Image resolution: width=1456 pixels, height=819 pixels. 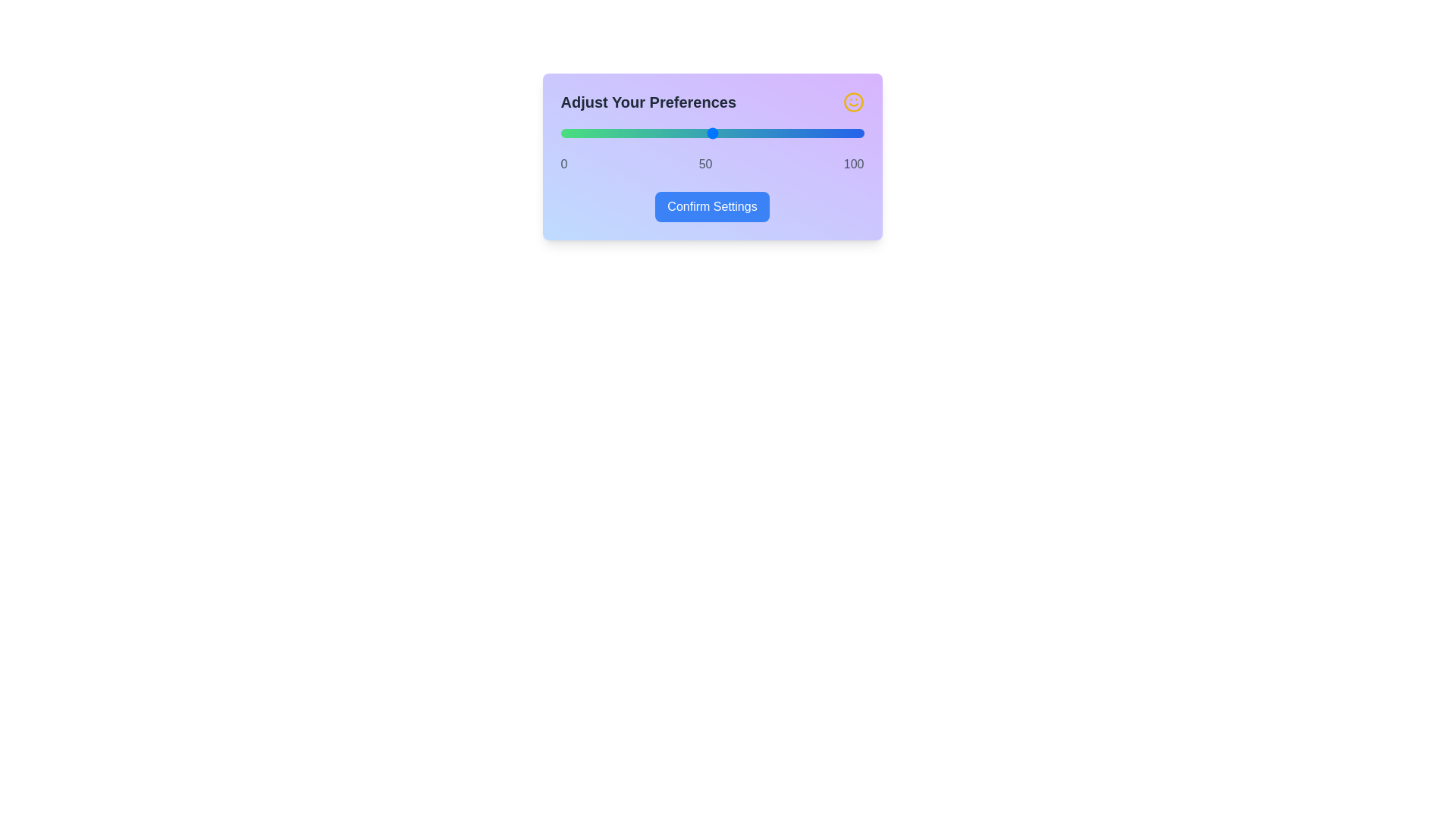 What do you see at coordinates (642, 133) in the screenshot?
I see `the slider to set the value to 27` at bounding box center [642, 133].